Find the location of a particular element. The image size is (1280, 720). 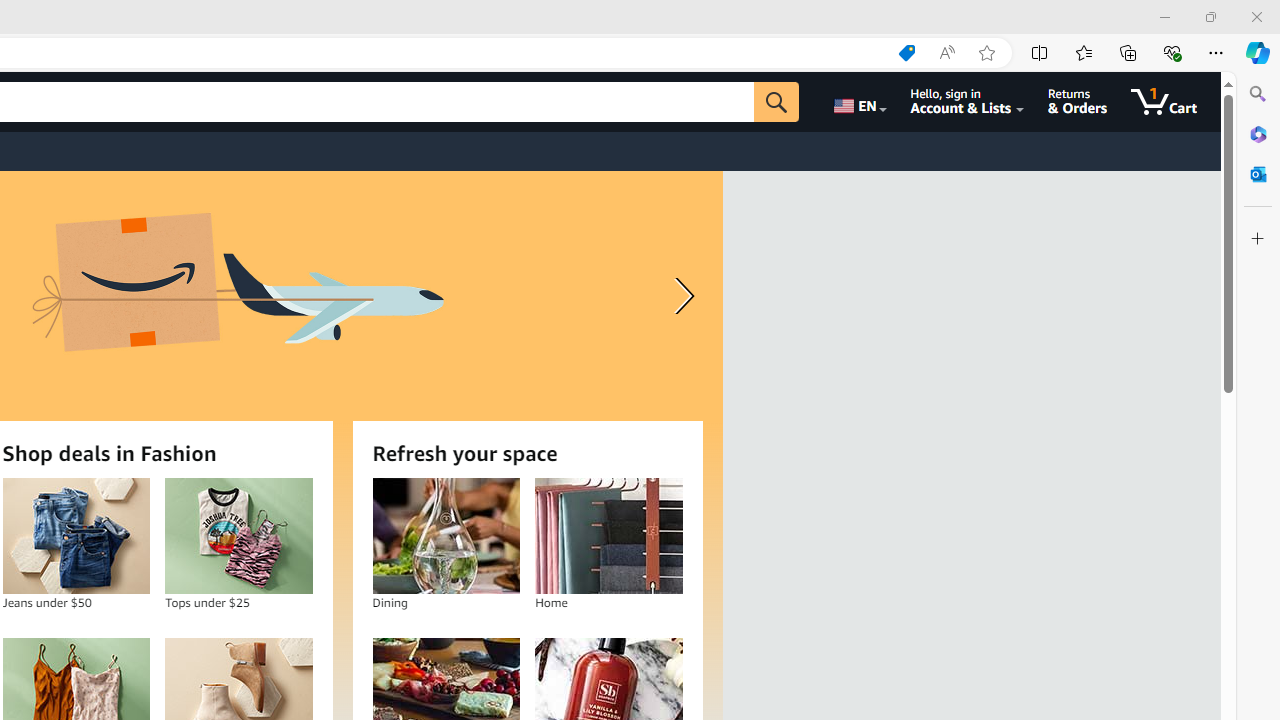

'Microsoft 365' is located at coordinates (1257, 133).